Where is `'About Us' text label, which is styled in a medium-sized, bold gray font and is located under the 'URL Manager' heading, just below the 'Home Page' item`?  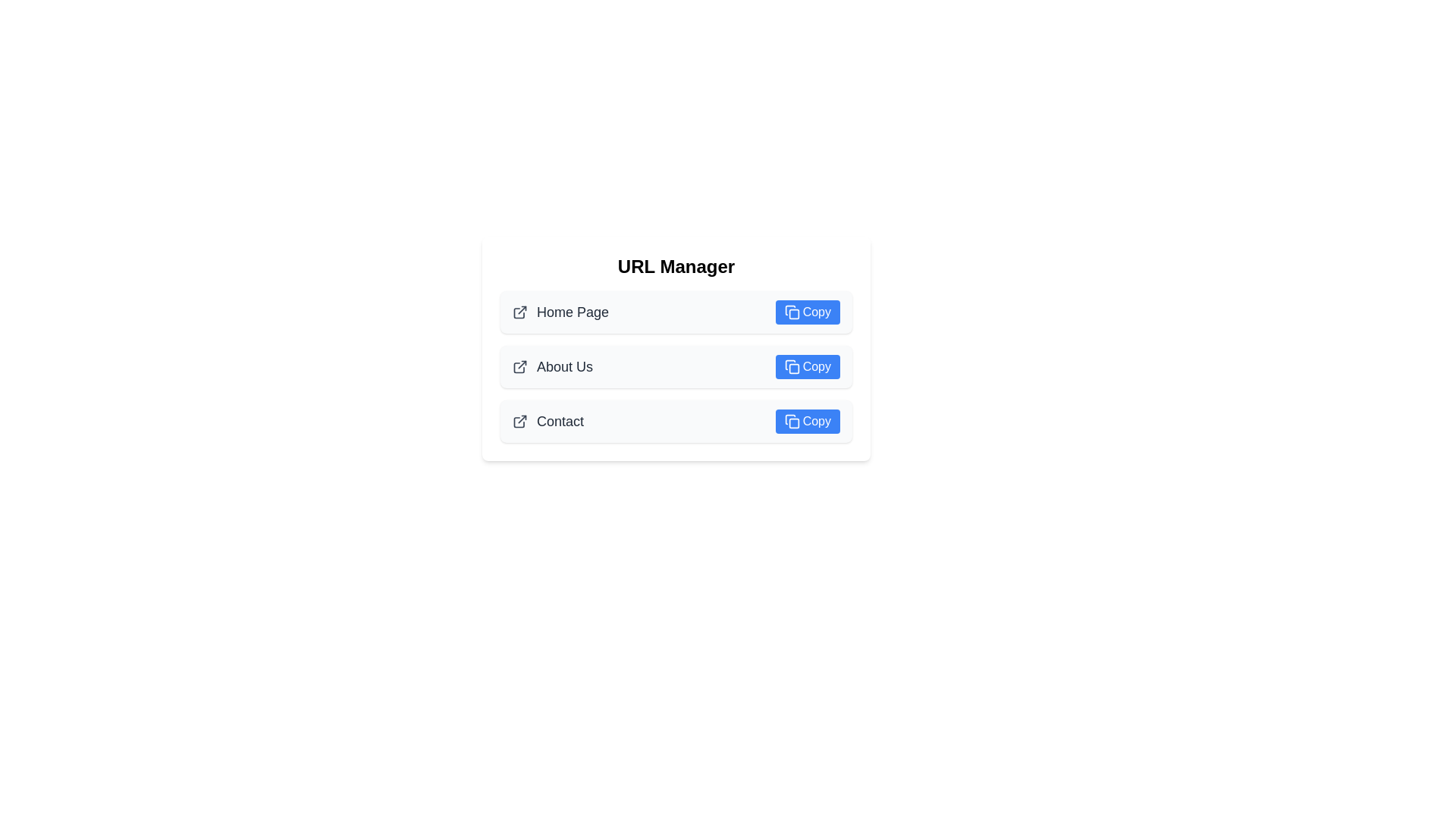 'About Us' text label, which is styled in a medium-sized, bold gray font and is located under the 'URL Manager' heading, just below the 'Home Page' item is located at coordinates (552, 366).